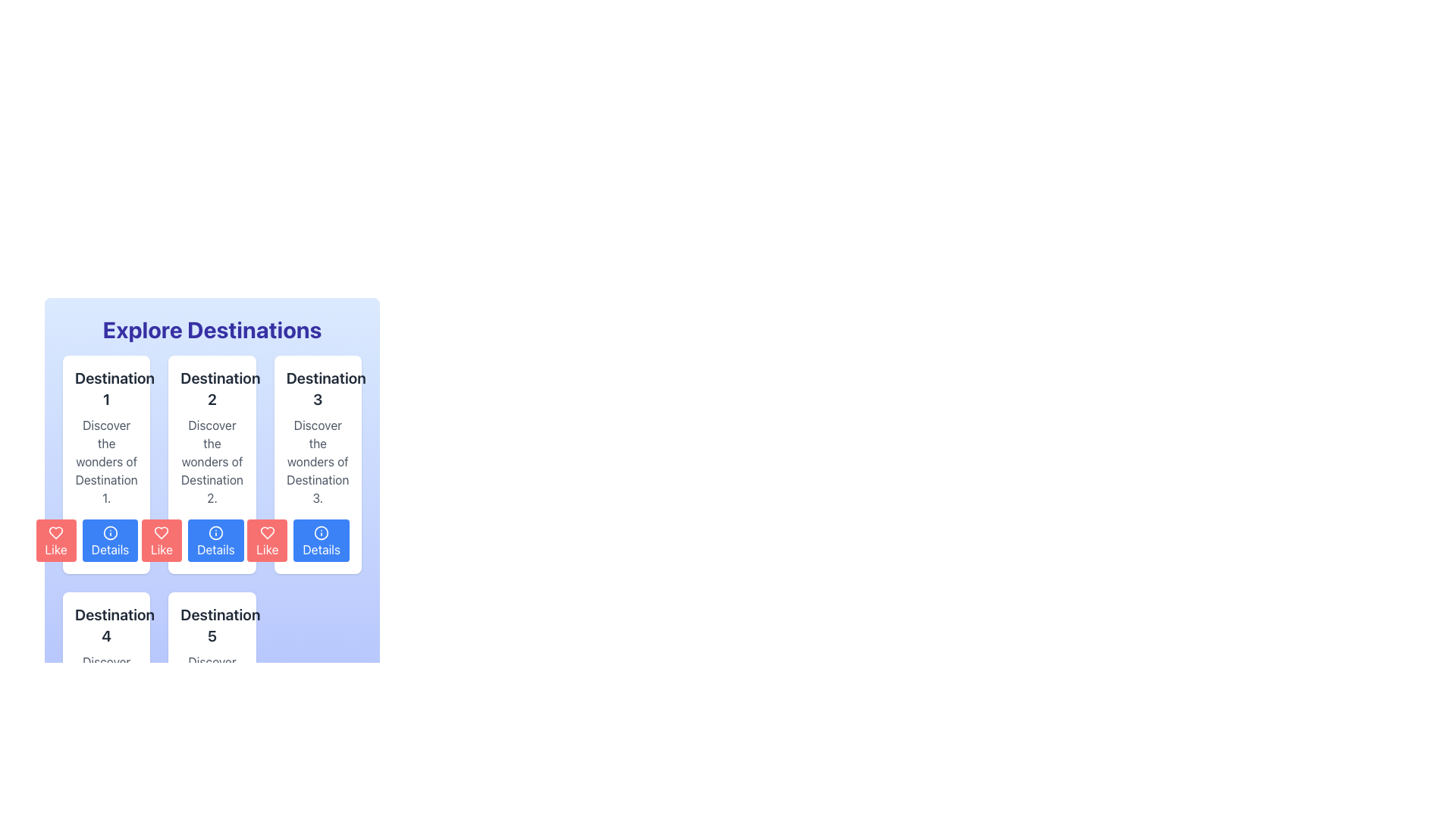  What do you see at coordinates (320, 532) in the screenshot?
I see `the circular icon with an 'i' symbol in its center, located within the button labeled 'Details' under the third column 'Destination 3' in the grid layout` at bounding box center [320, 532].